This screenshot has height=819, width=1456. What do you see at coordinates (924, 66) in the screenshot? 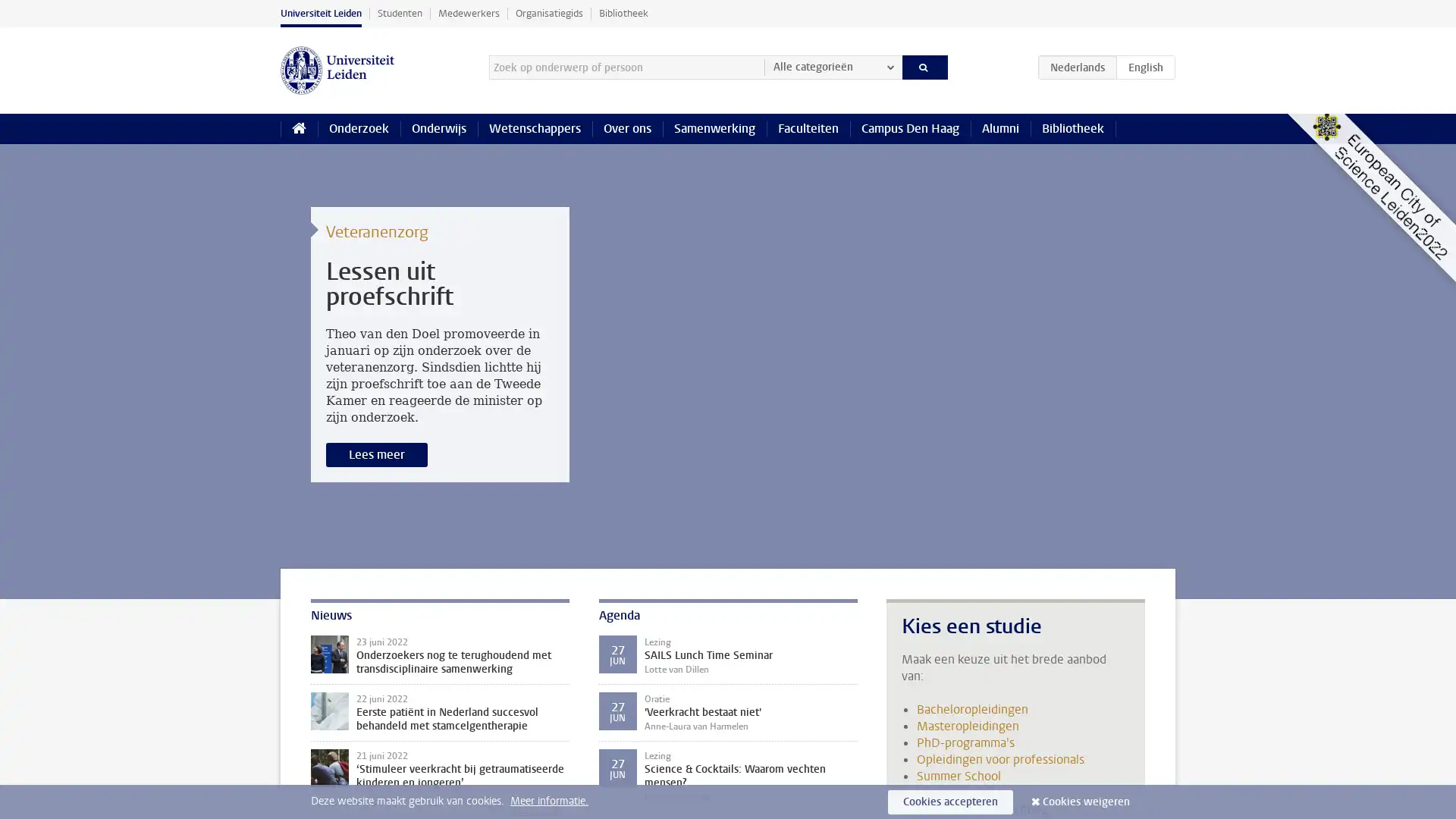
I see `Zoeken` at bounding box center [924, 66].